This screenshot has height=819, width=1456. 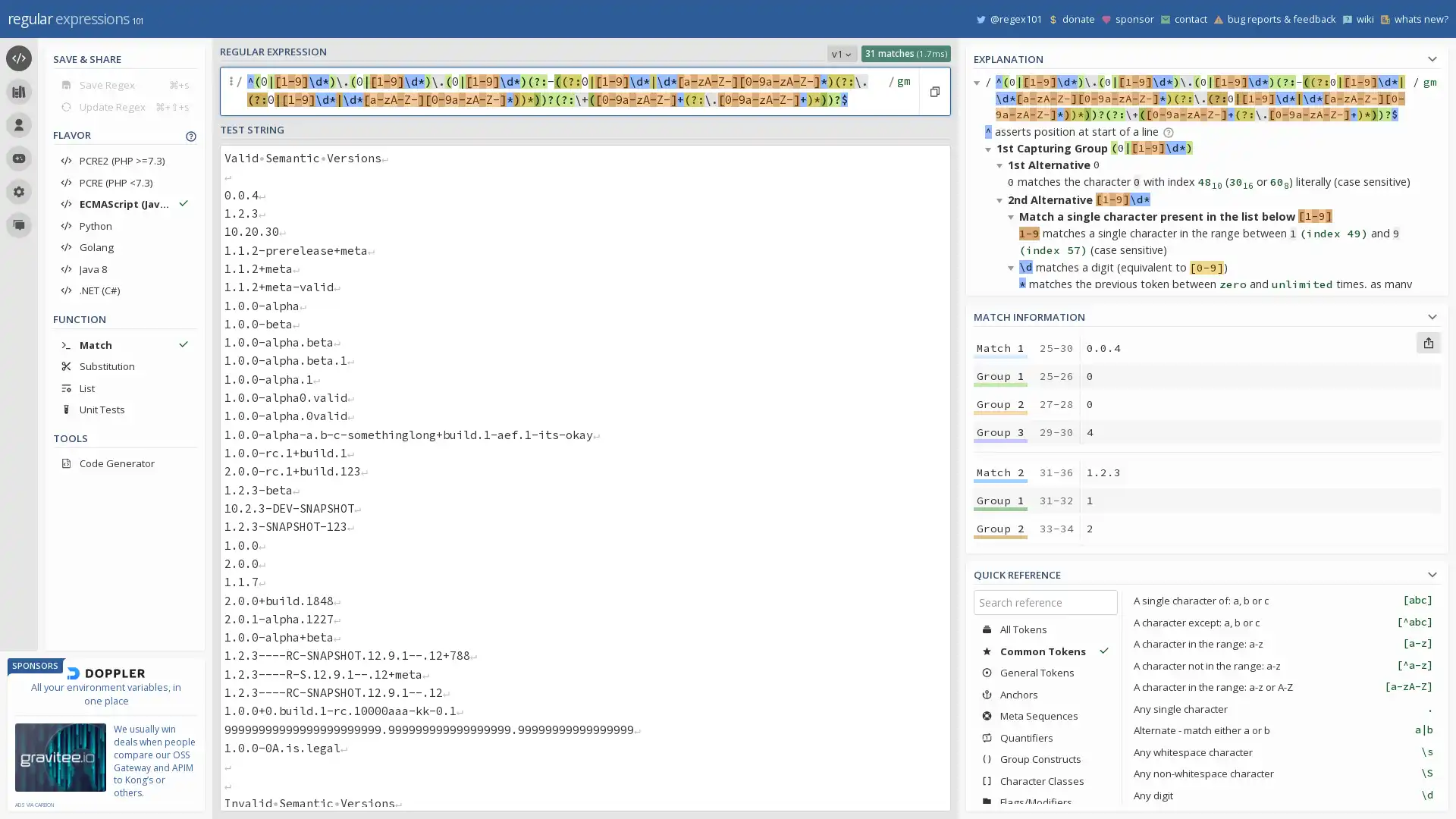 What do you see at coordinates (1002, 388) in the screenshot?
I see `Collapse Subtree` at bounding box center [1002, 388].